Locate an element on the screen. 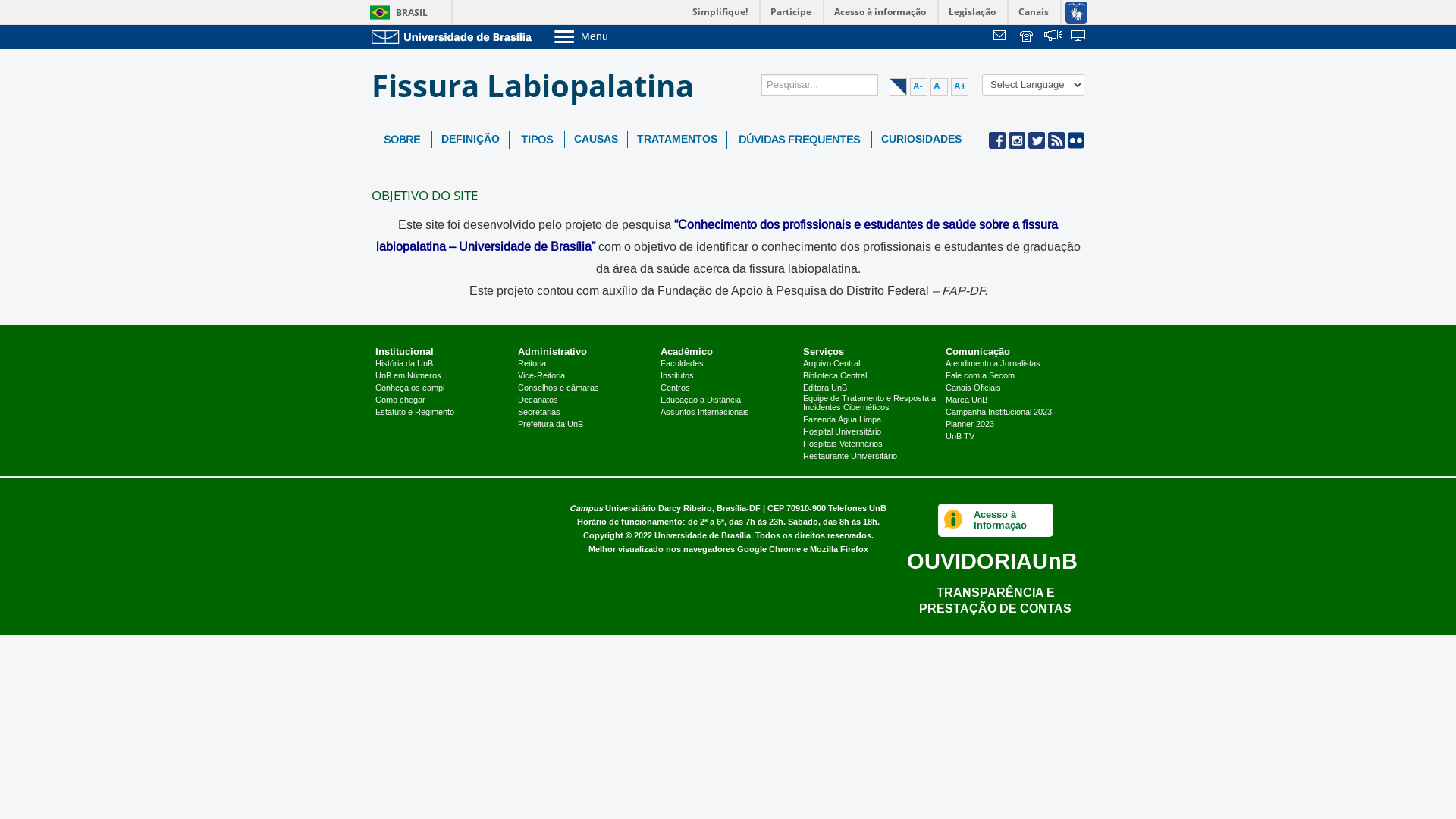  'Webmail' is located at coordinates (1001, 36).